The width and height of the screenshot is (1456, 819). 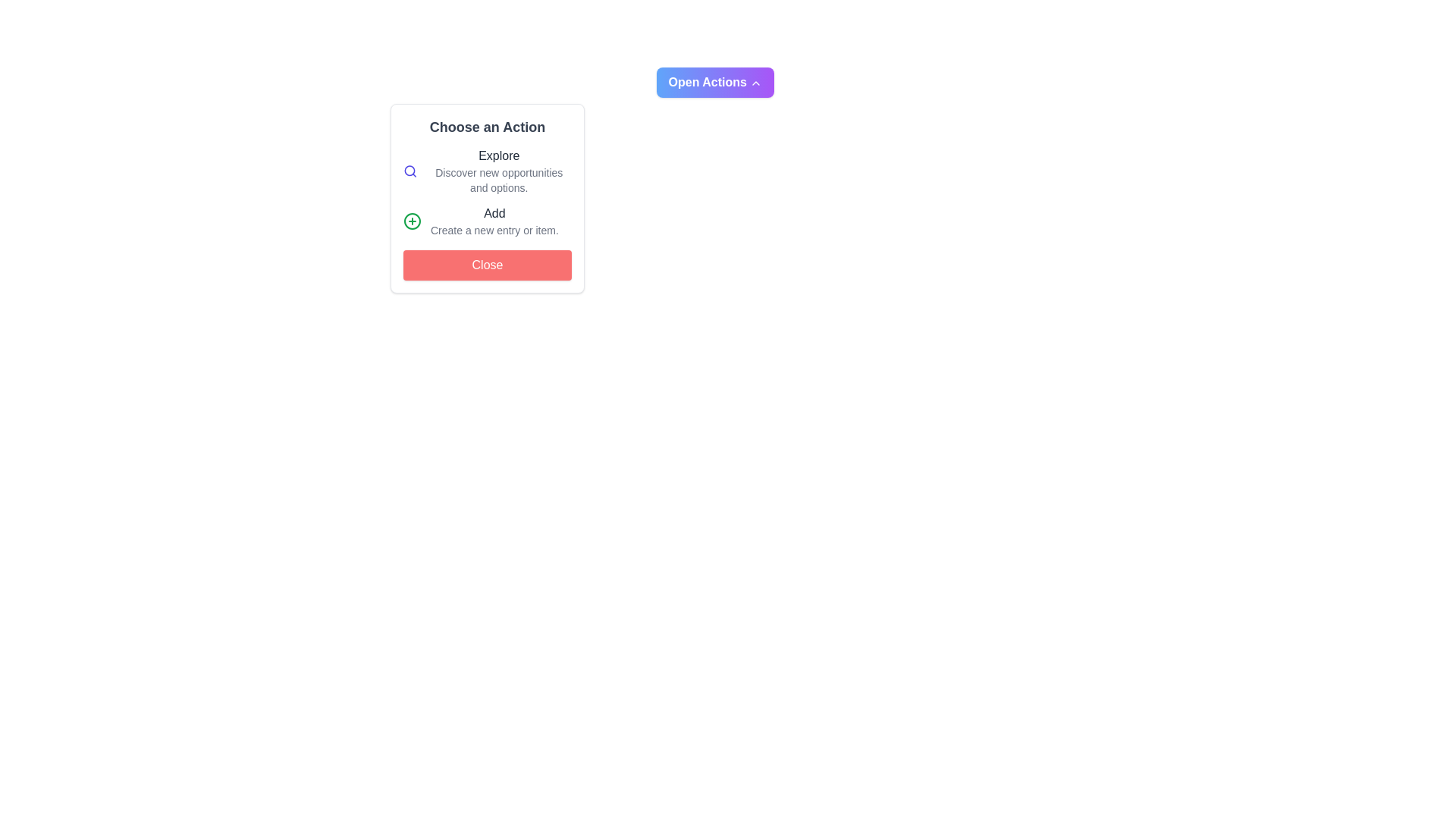 What do you see at coordinates (498, 171) in the screenshot?
I see `the informational text block in the 'Choose an Action' dialog box, which is the first item in the list of actions above the 'Add' option` at bounding box center [498, 171].